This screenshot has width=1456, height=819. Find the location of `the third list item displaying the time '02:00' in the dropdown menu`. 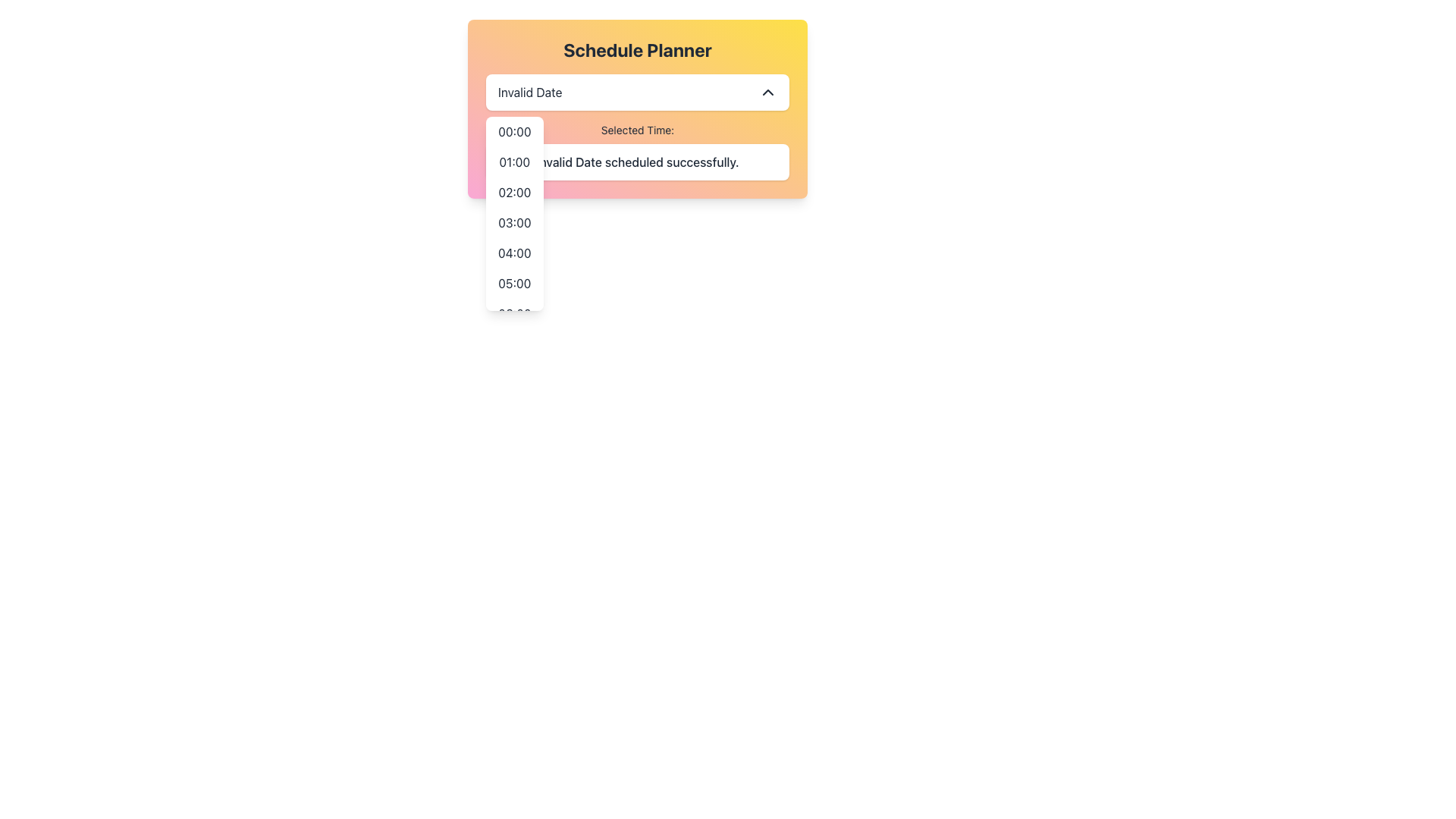

the third list item displaying the time '02:00' in the dropdown menu is located at coordinates (514, 192).